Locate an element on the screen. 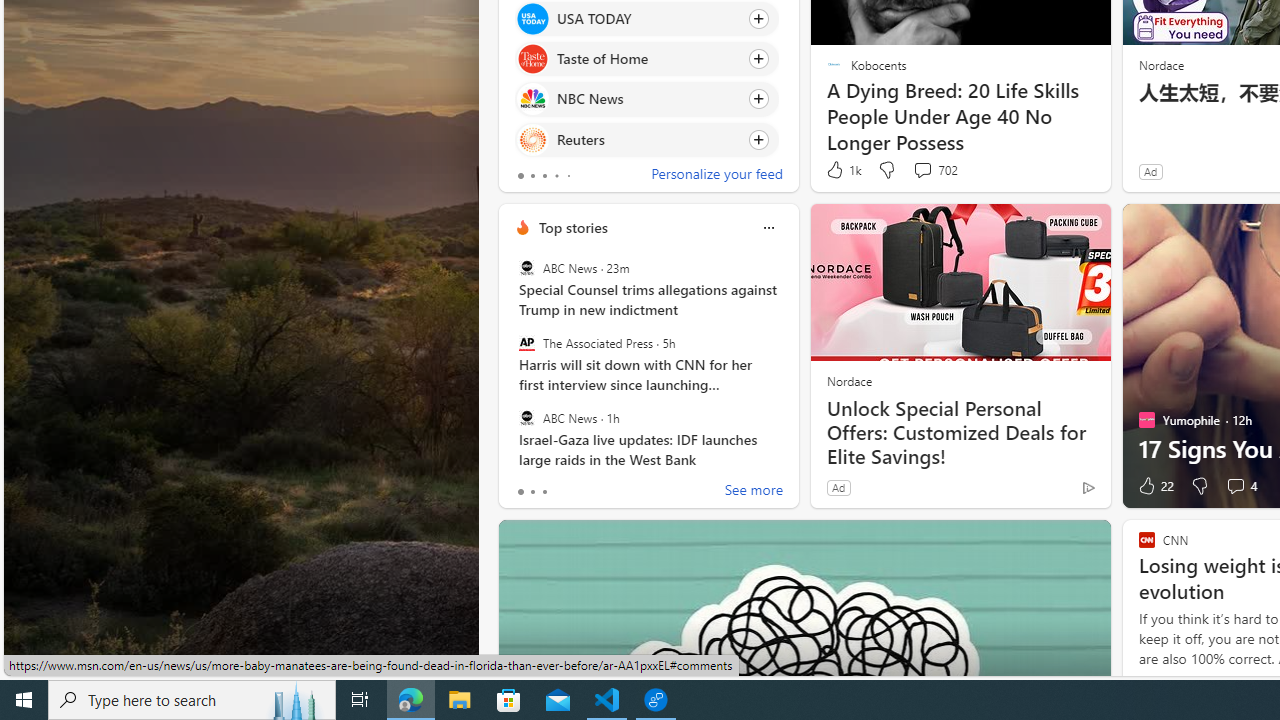  'Dislike' is located at coordinates (1200, 486).